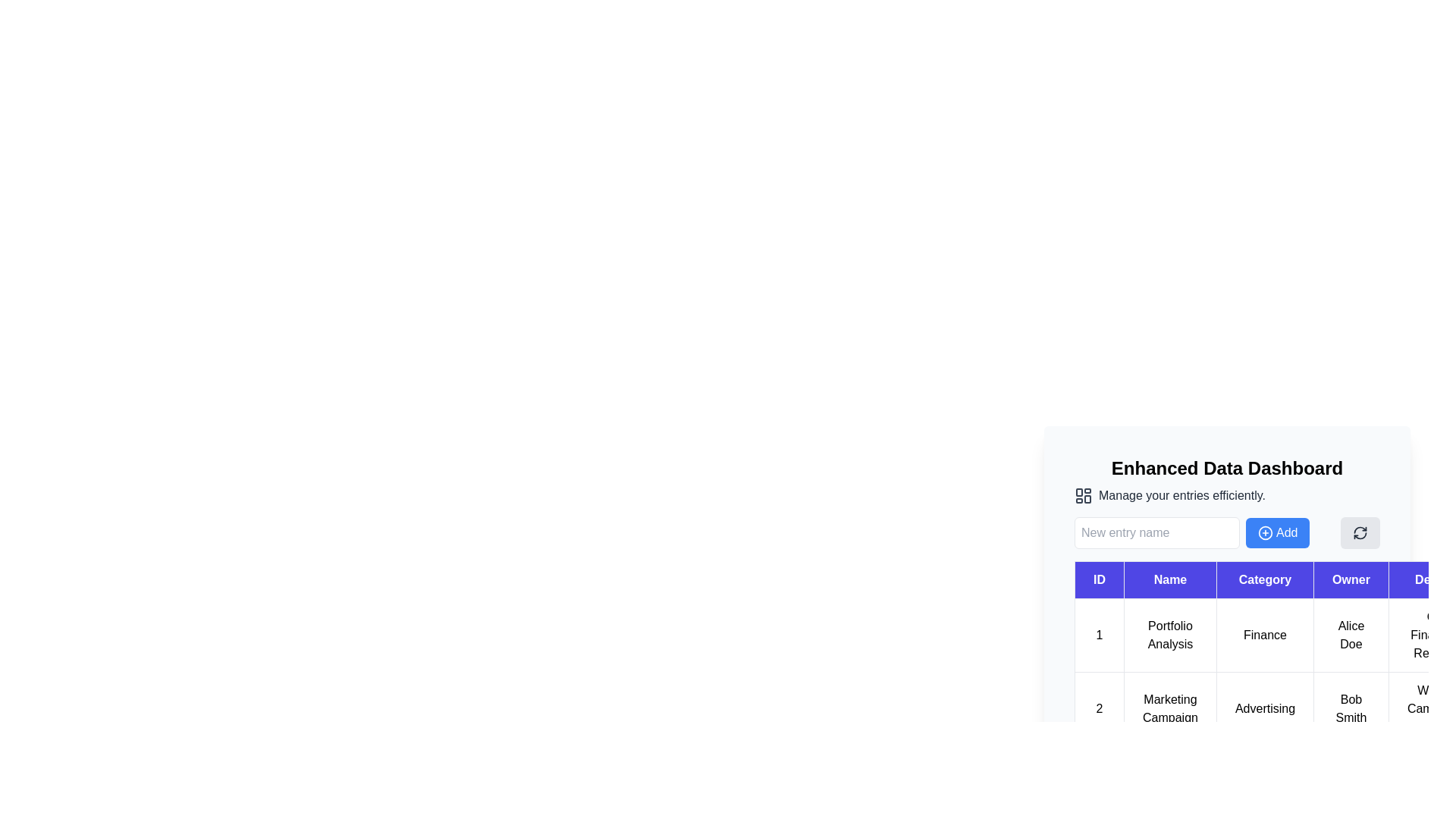  Describe the element at coordinates (1351, 708) in the screenshot. I see `on the text element displaying 'Bob Smith' in black font located in the 'Owner' column of the table, specifically in row ID '2' for 'Marketing Campaign'` at that location.